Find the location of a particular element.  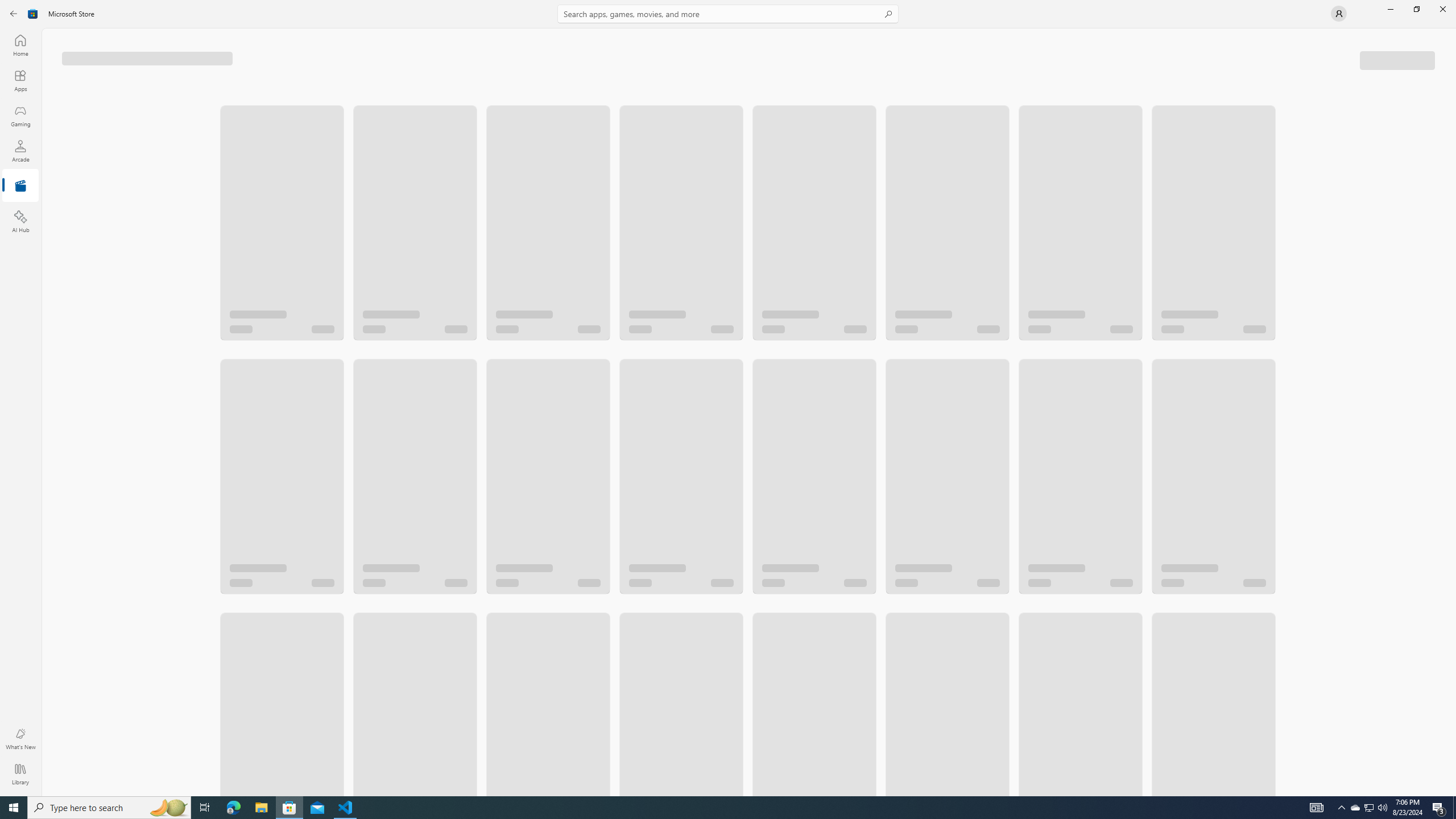

'Class: Image' is located at coordinates (32, 13).